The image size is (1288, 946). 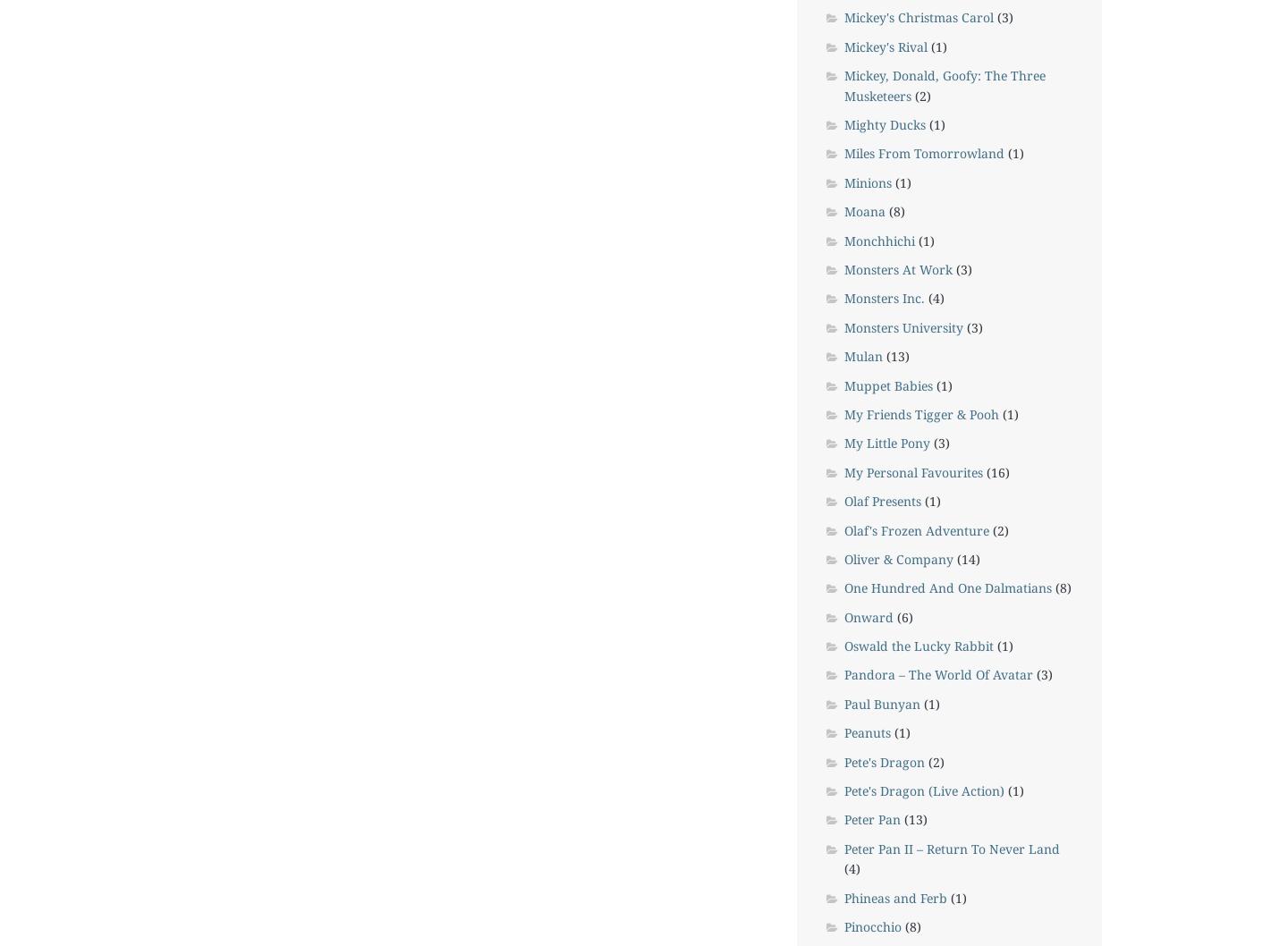 I want to click on 'Minions', so click(x=866, y=182).